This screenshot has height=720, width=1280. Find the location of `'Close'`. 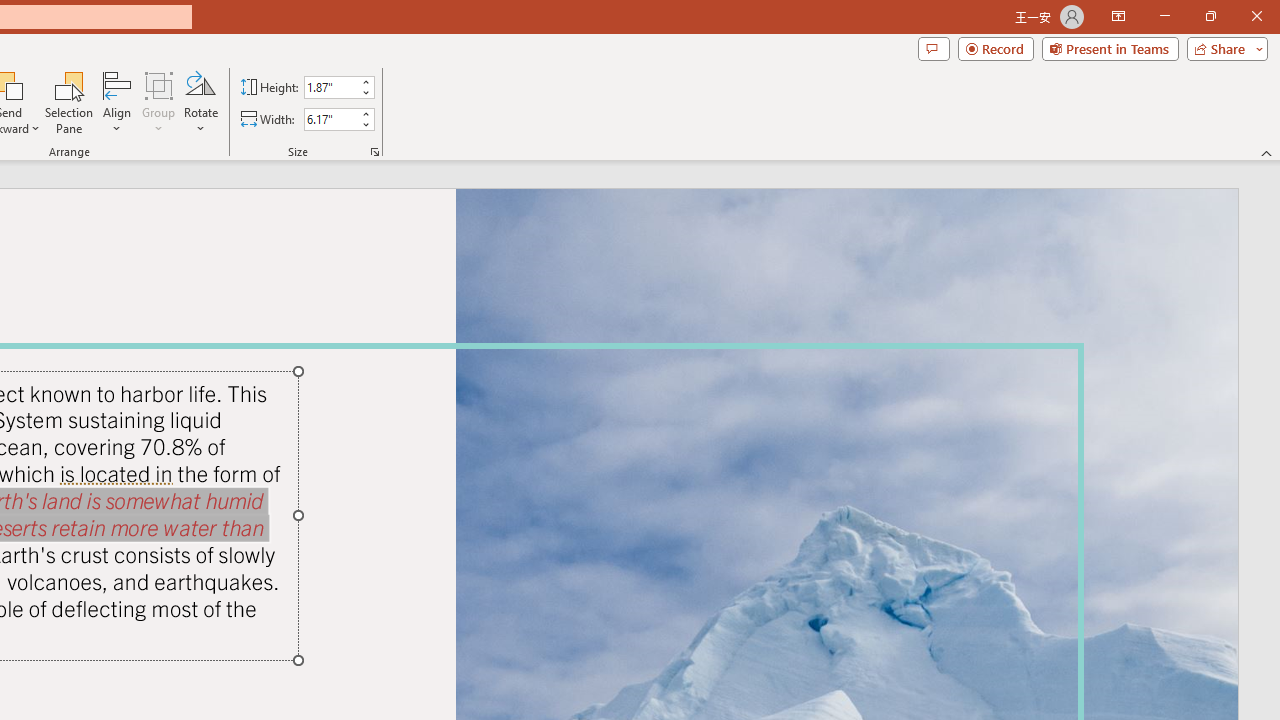

'Close' is located at coordinates (1255, 16).